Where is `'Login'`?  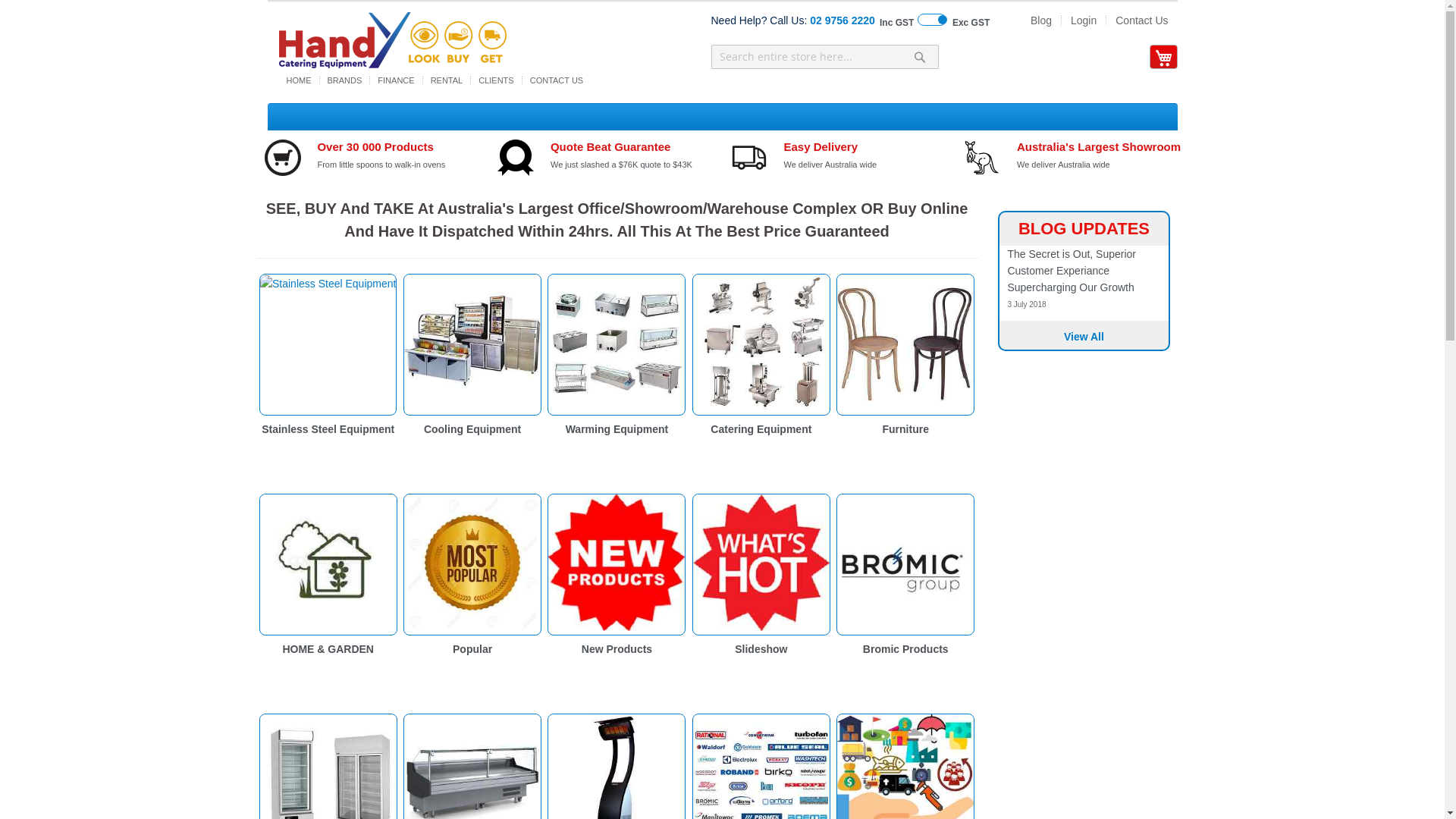
'Login' is located at coordinates (1061, 20).